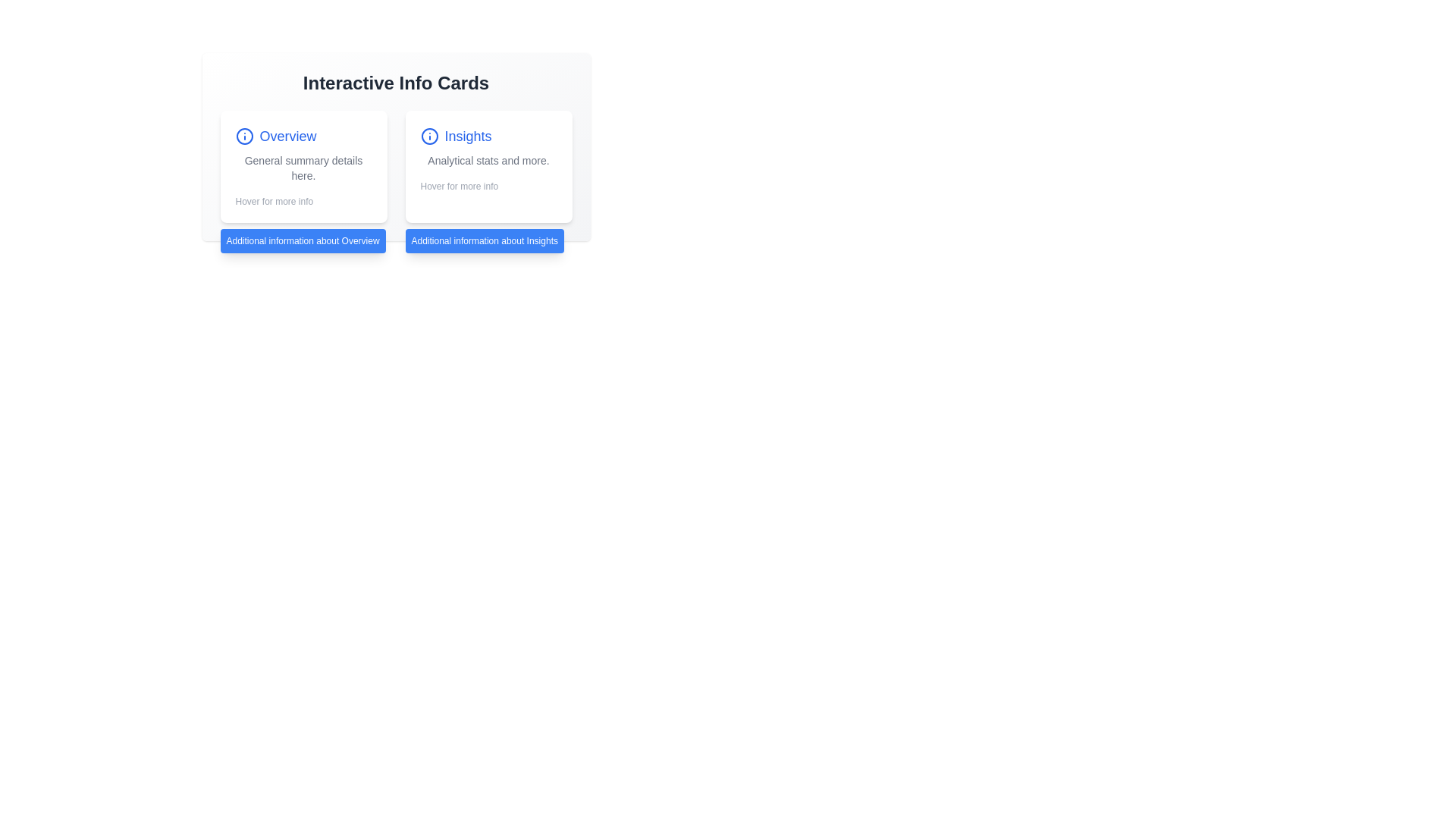 The width and height of the screenshot is (1456, 819). What do you see at coordinates (303, 166) in the screenshot?
I see `the 'Overview' informational card which has a white background, rounded borders, and contains the title 'Overview' in blue, to visually understand its information` at bounding box center [303, 166].